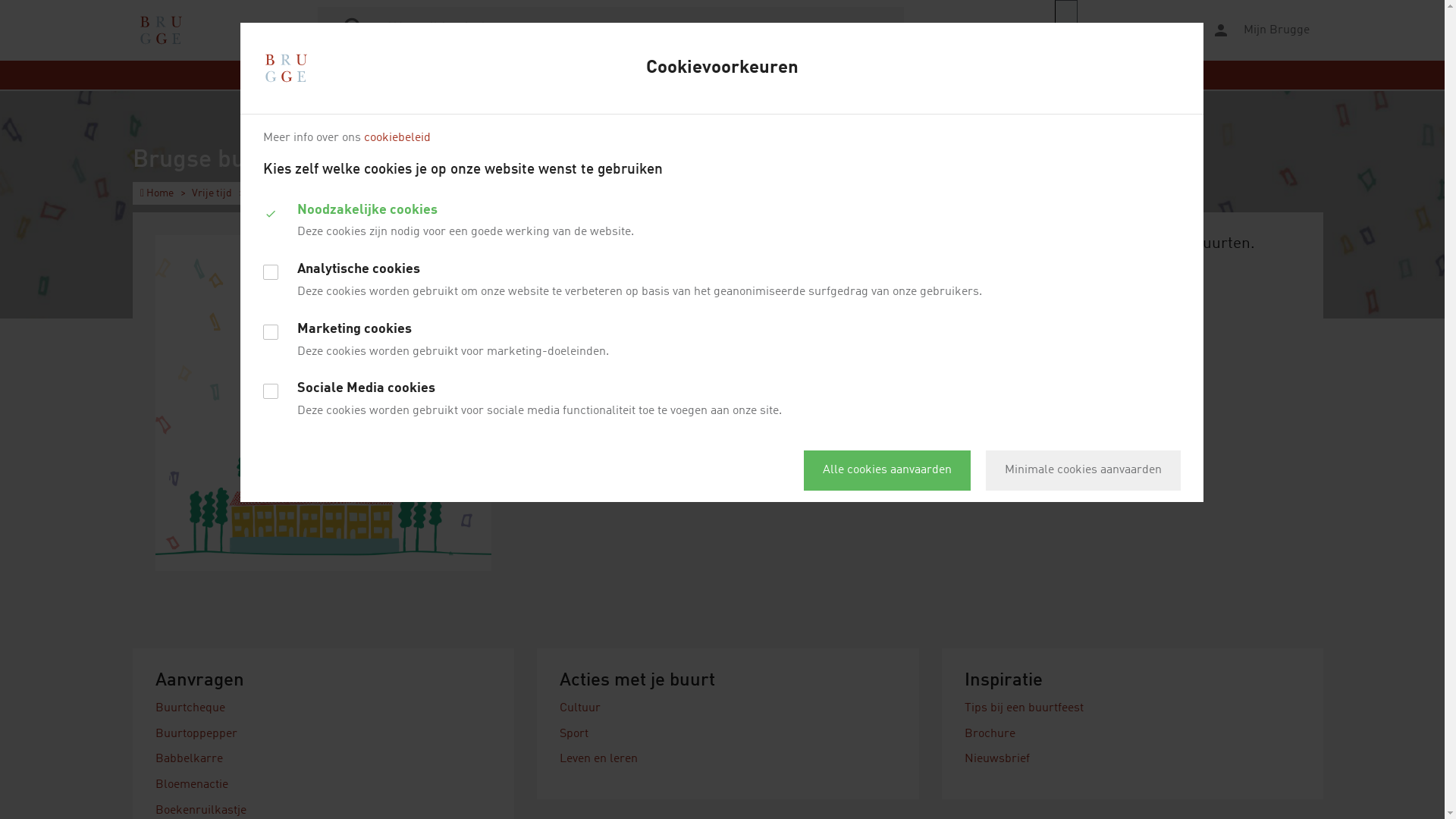 The image size is (1456, 819). Describe the element at coordinates (803, 469) in the screenshot. I see `'Alle cookies aanvaarden'` at that location.